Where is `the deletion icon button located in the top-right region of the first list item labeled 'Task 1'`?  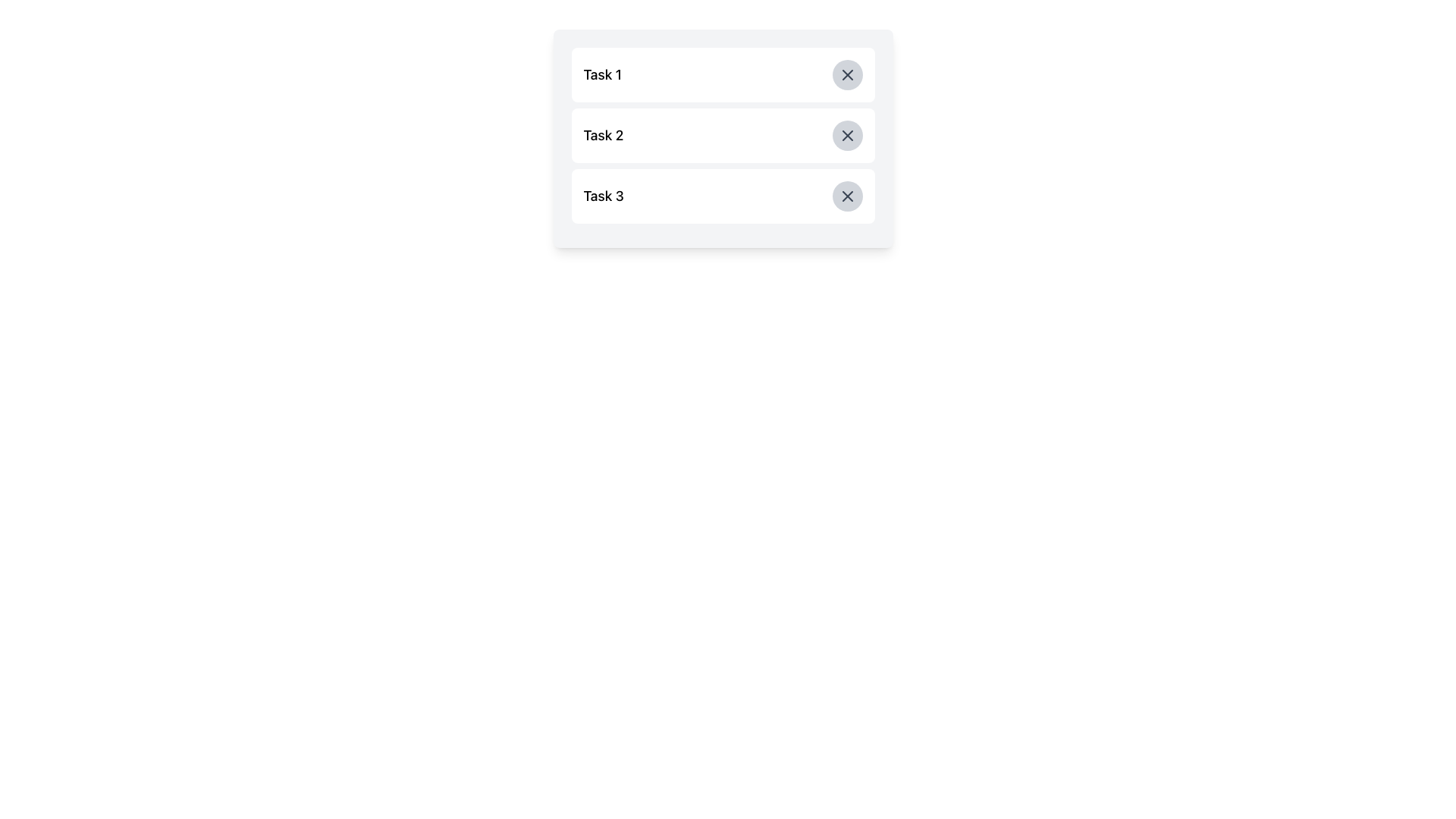 the deletion icon button located in the top-right region of the first list item labeled 'Task 1' is located at coordinates (846, 75).